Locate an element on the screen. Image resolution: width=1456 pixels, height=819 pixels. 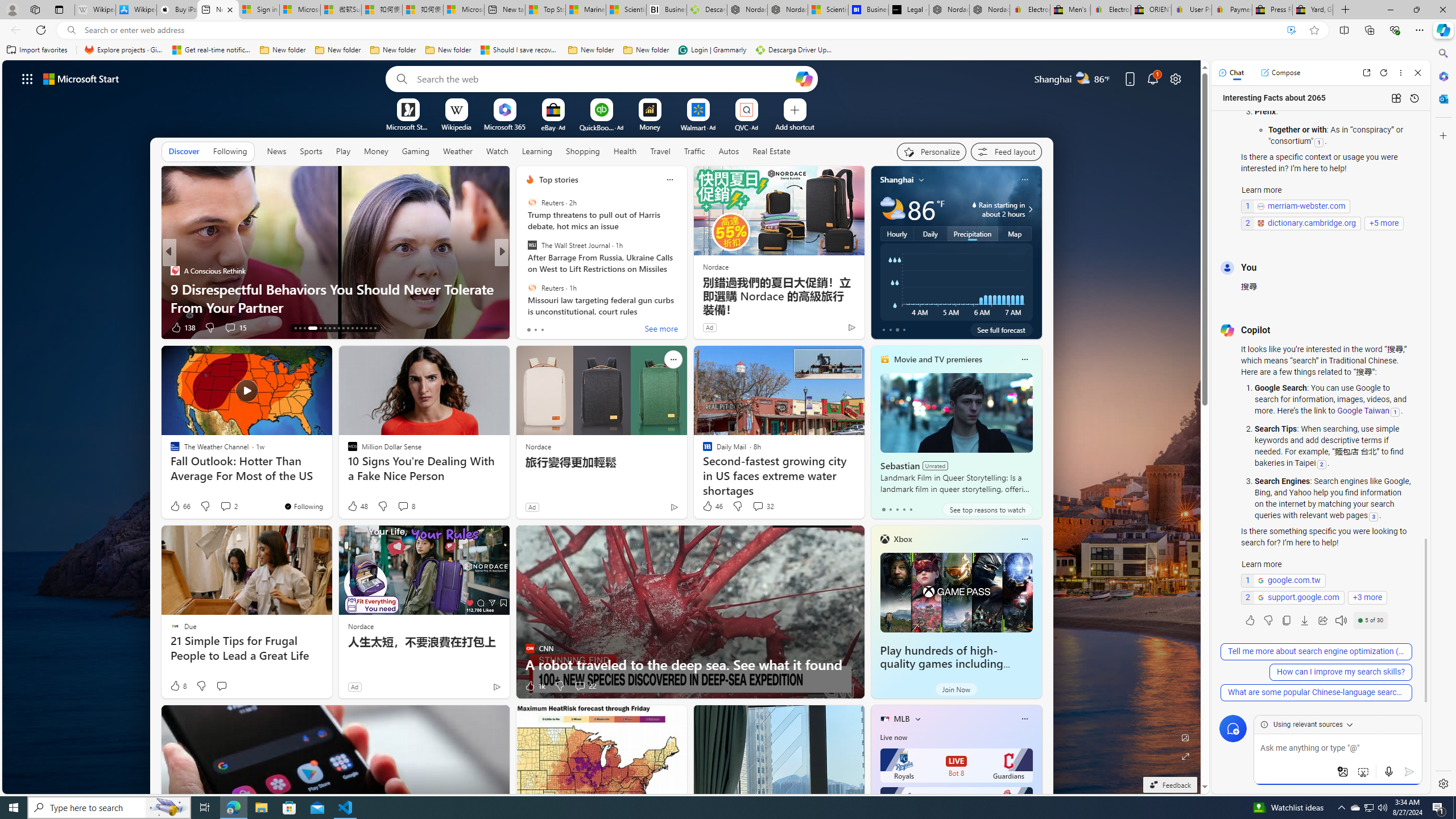
'AutomationID: tab-20' is located at coordinates (334, 328).